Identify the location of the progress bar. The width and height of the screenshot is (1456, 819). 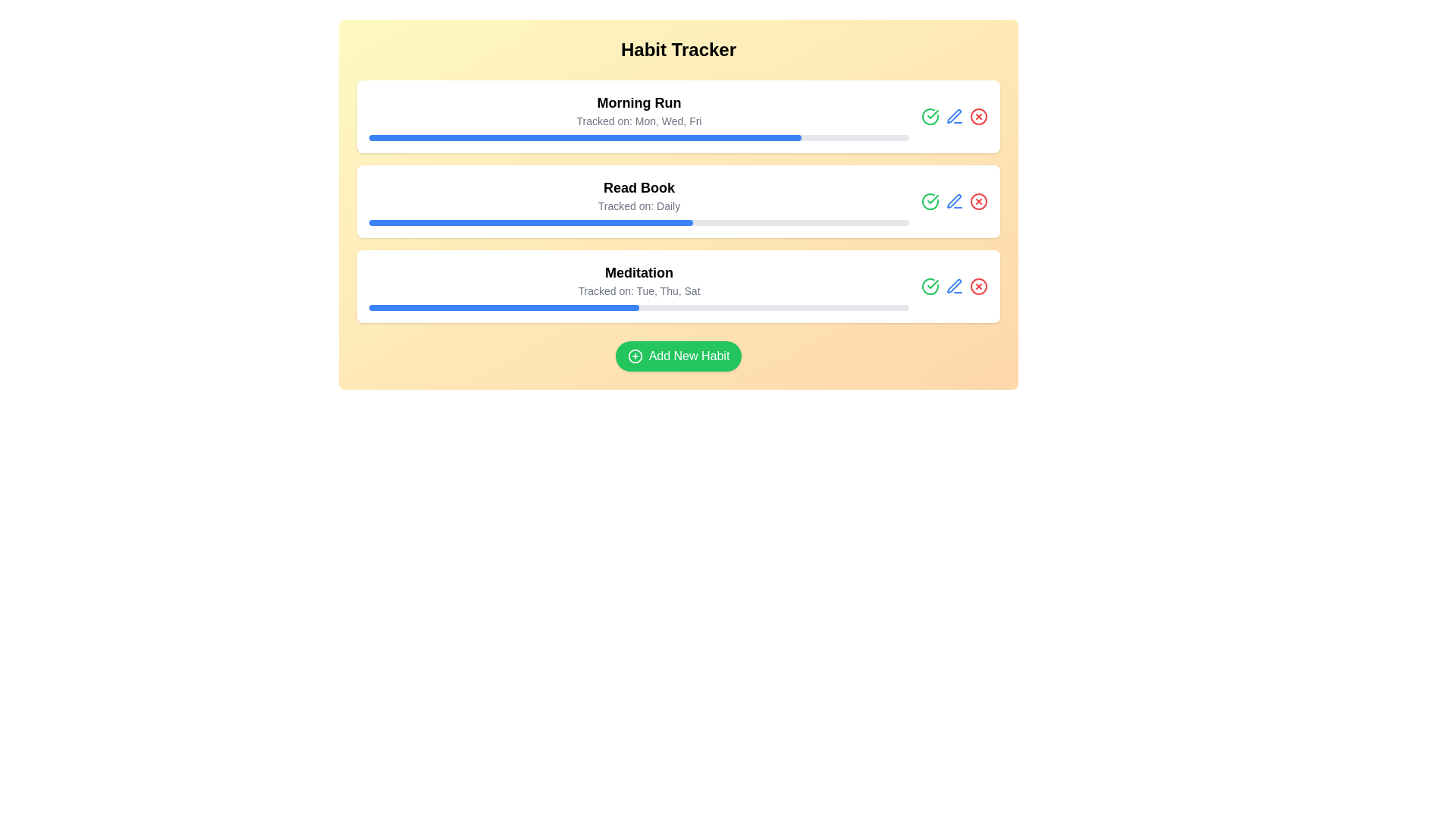
(541, 222).